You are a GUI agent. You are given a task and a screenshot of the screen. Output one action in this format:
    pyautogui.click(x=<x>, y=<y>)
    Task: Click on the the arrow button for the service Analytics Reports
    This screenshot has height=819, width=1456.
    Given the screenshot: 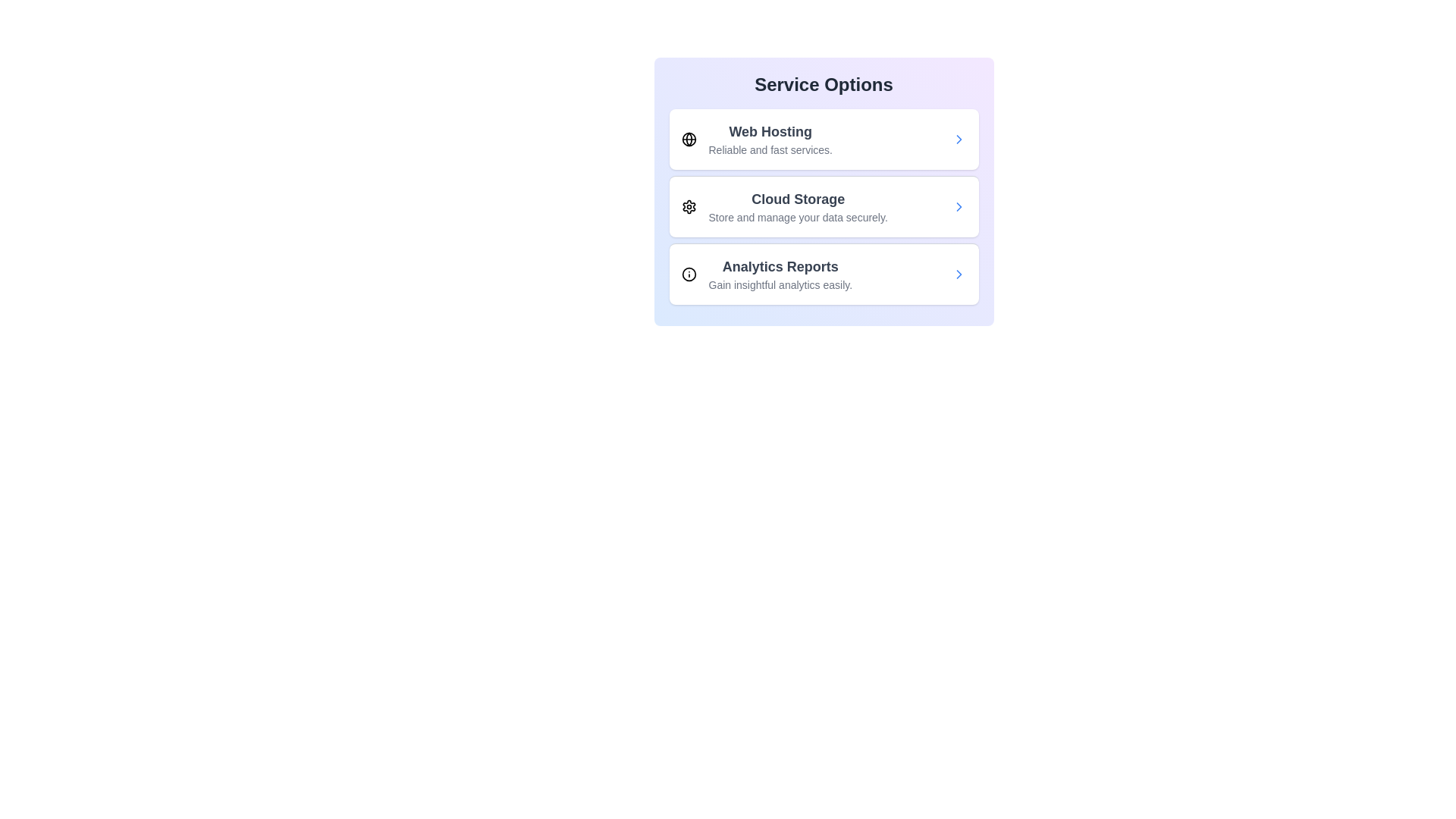 What is the action you would take?
    pyautogui.click(x=958, y=275)
    